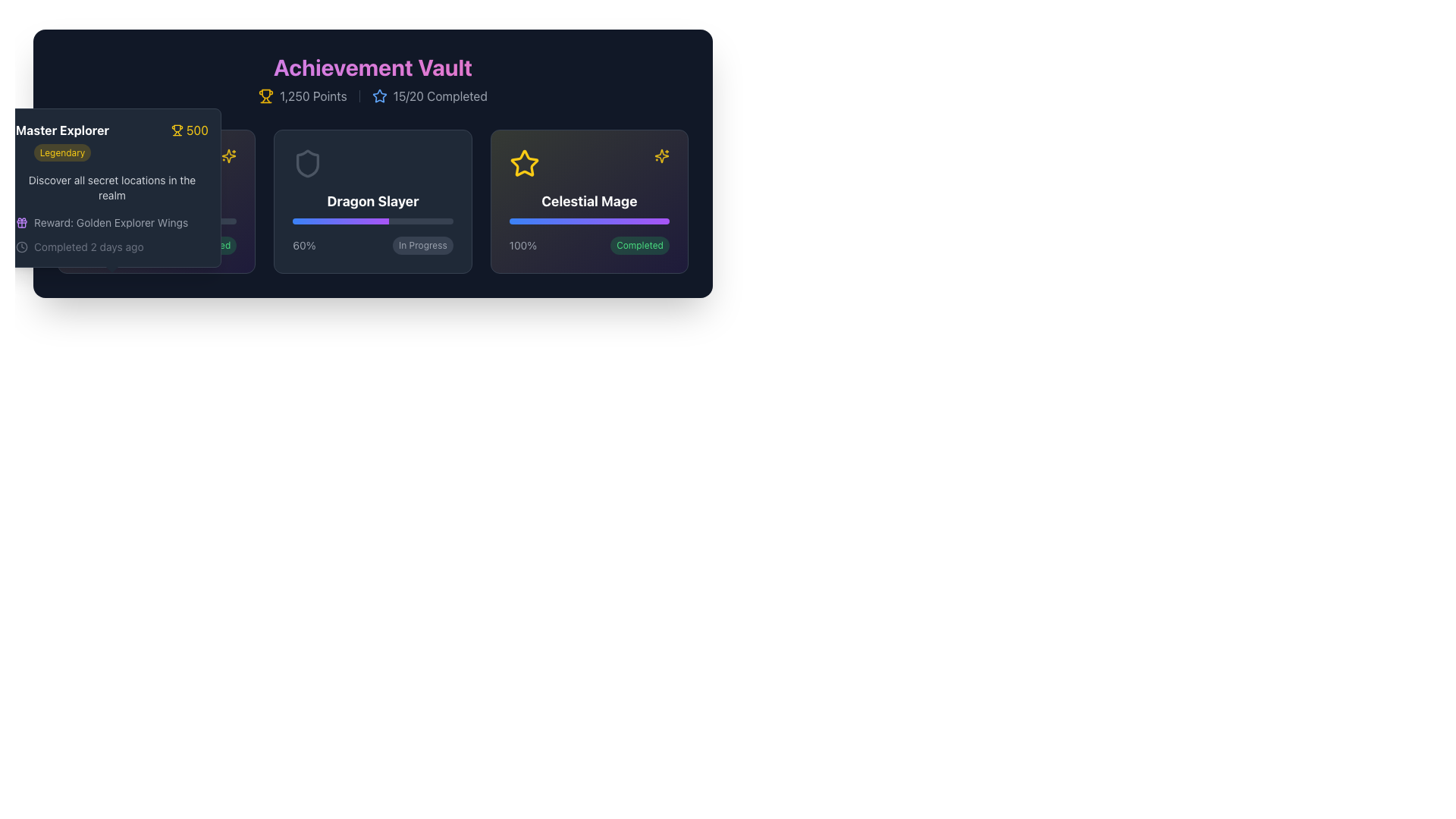  I want to click on the Informational Card located at the top-left corner of the layout, which displays details about an achievement including its name, status, rewards, and completion status, so click(111, 187).